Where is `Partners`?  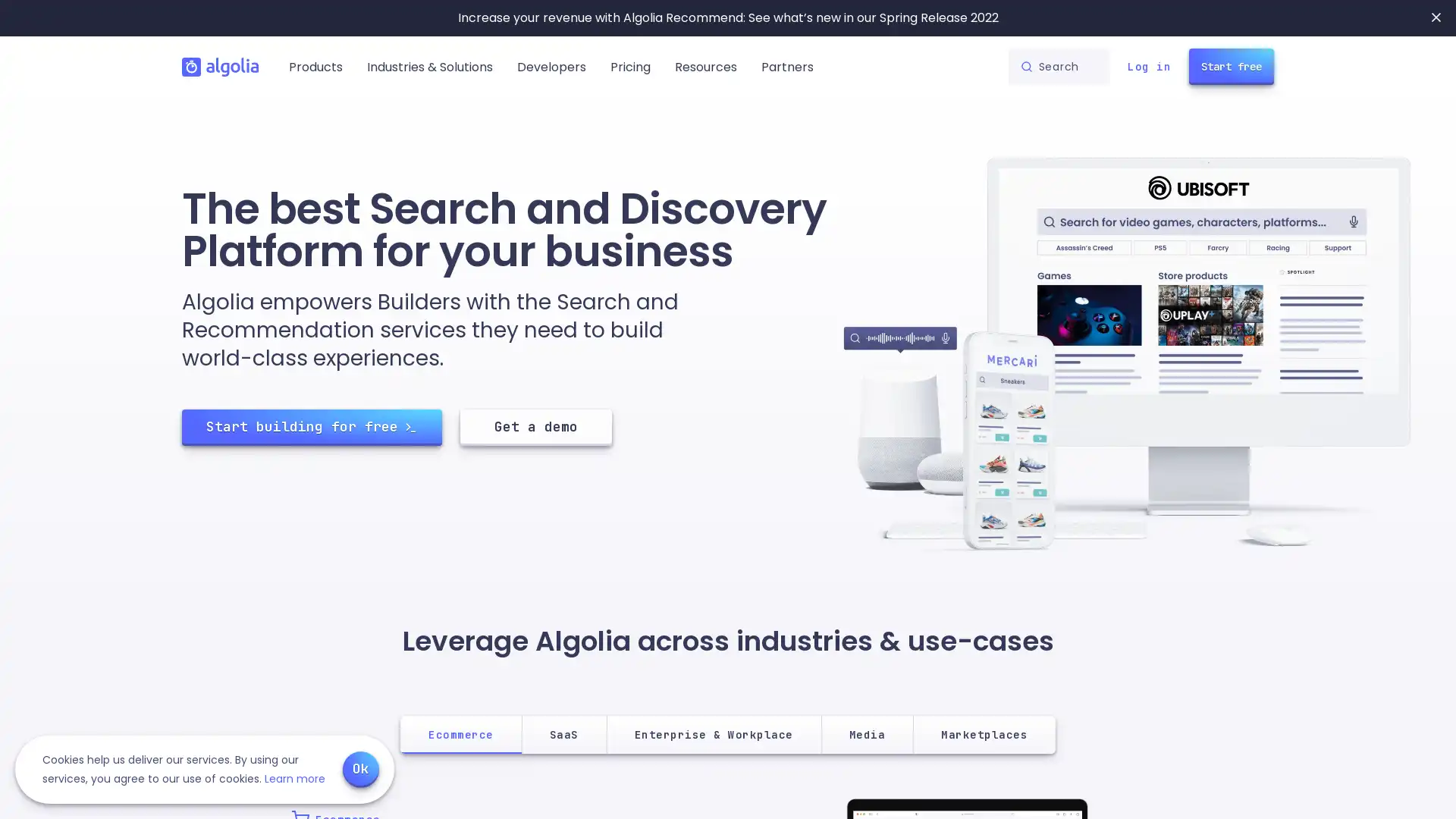 Partners is located at coordinates (787, 66).